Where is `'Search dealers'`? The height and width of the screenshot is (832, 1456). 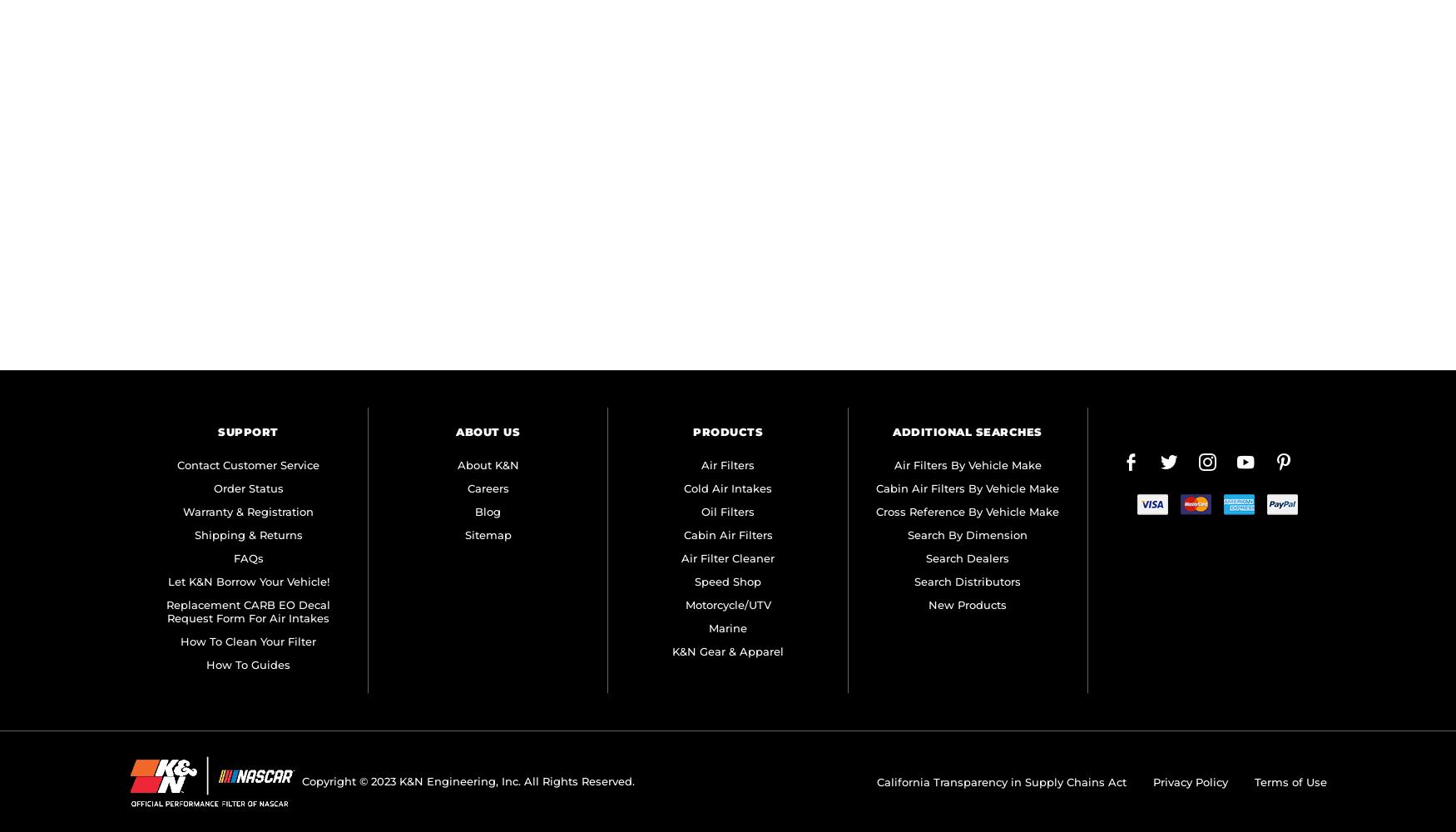
'Search dealers' is located at coordinates (926, 558).